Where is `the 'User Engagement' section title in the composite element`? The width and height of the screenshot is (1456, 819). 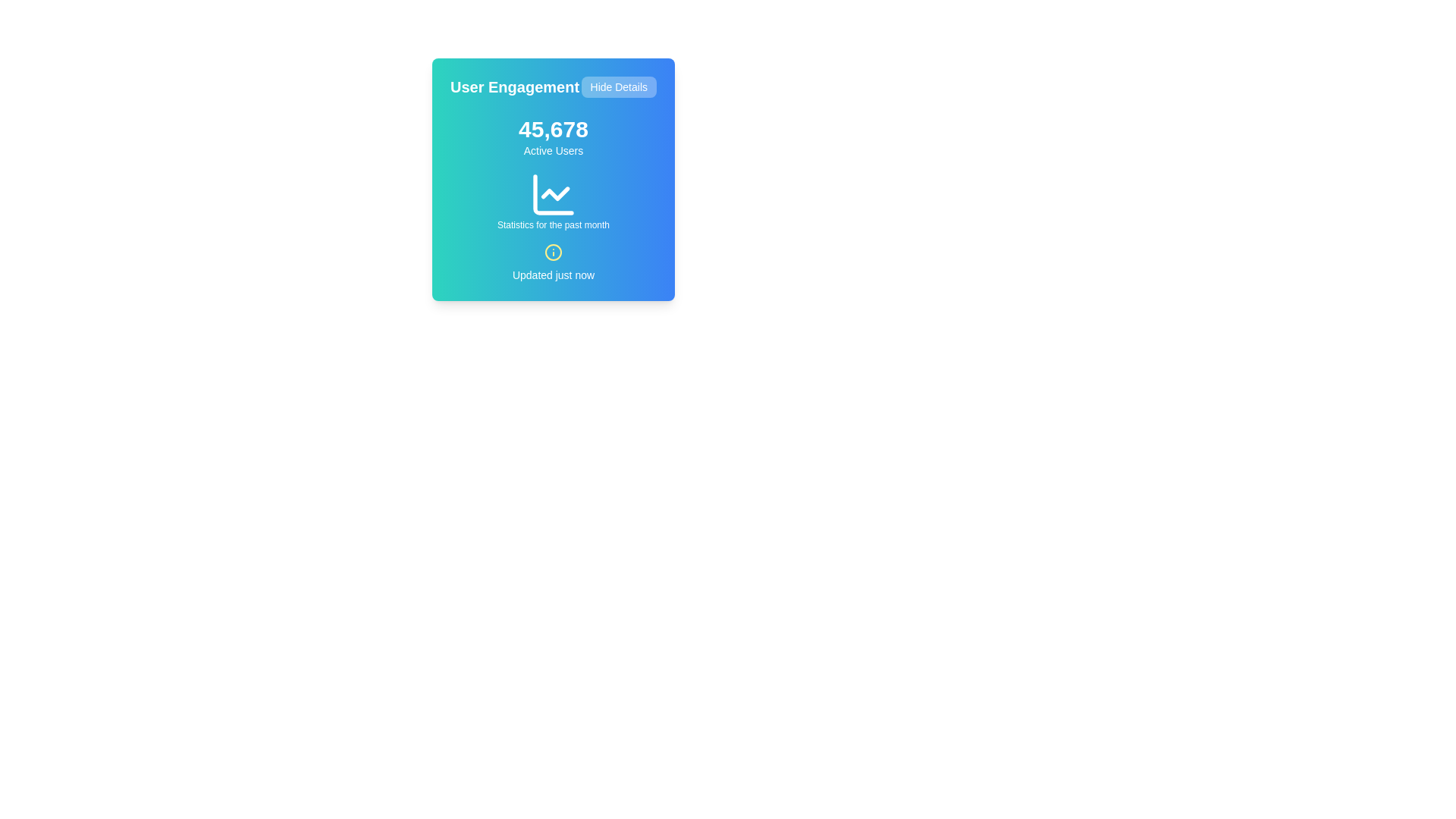 the 'User Engagement' section title in the composite element is located at coordinates (552, 87).